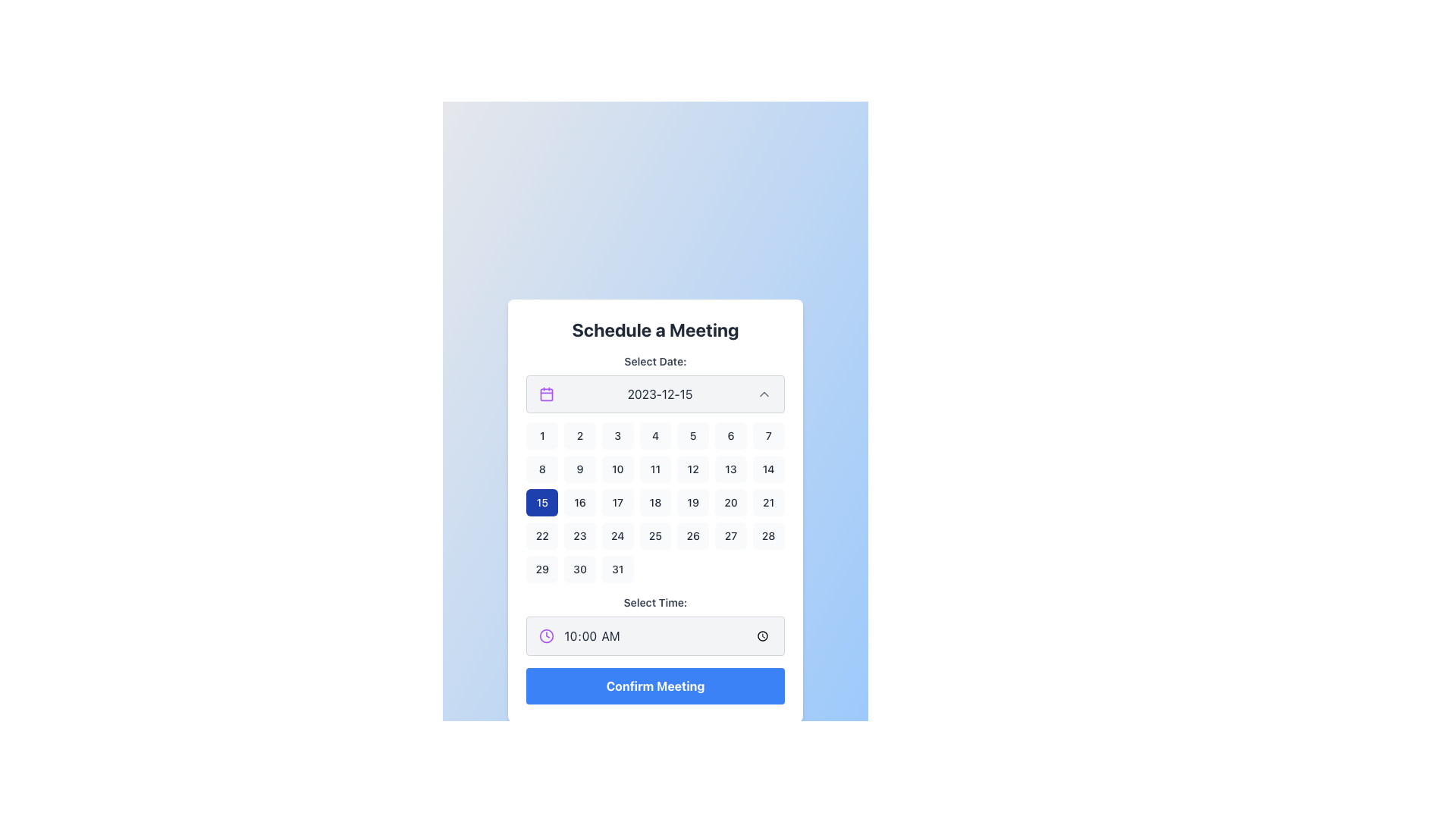 This screenshot has height=819, width=1456. What do you see at coordinates (542, 535) in the screenshot?
I see `the rectangular button labeled '22' located in the fourth row and second column of the calendar grid` at bounding box center [542, 535].